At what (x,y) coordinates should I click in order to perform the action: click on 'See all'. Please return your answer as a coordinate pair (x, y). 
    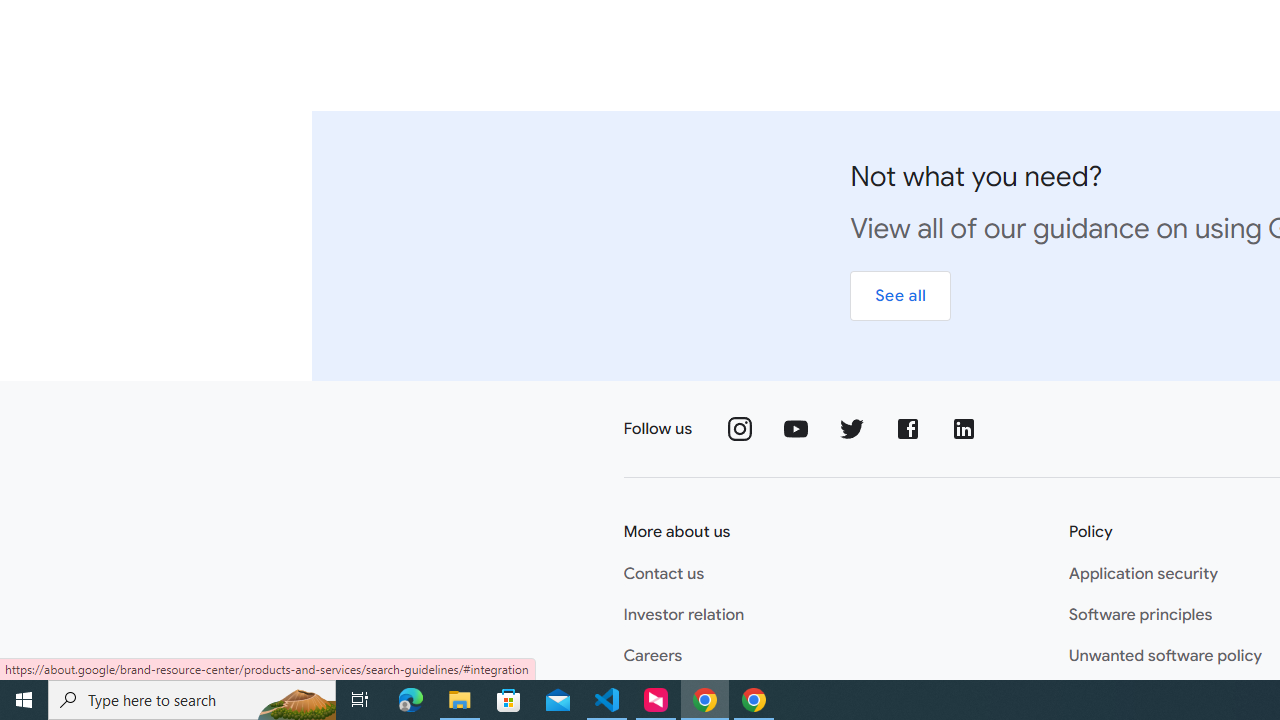
    Looking at the image, I should click on (900, 296).